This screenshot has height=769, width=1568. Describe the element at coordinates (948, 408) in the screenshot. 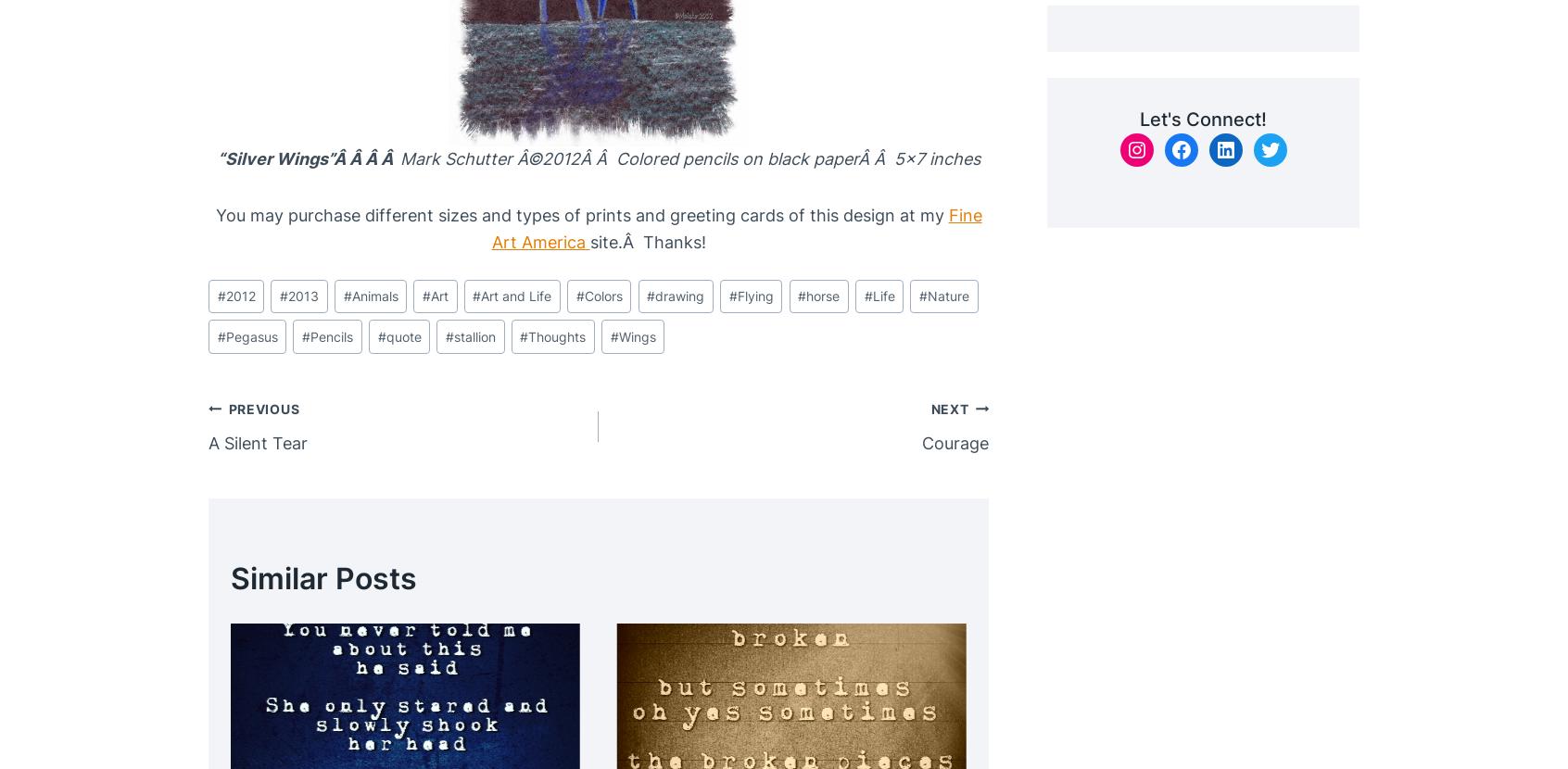

I see `'Next'` at that location.